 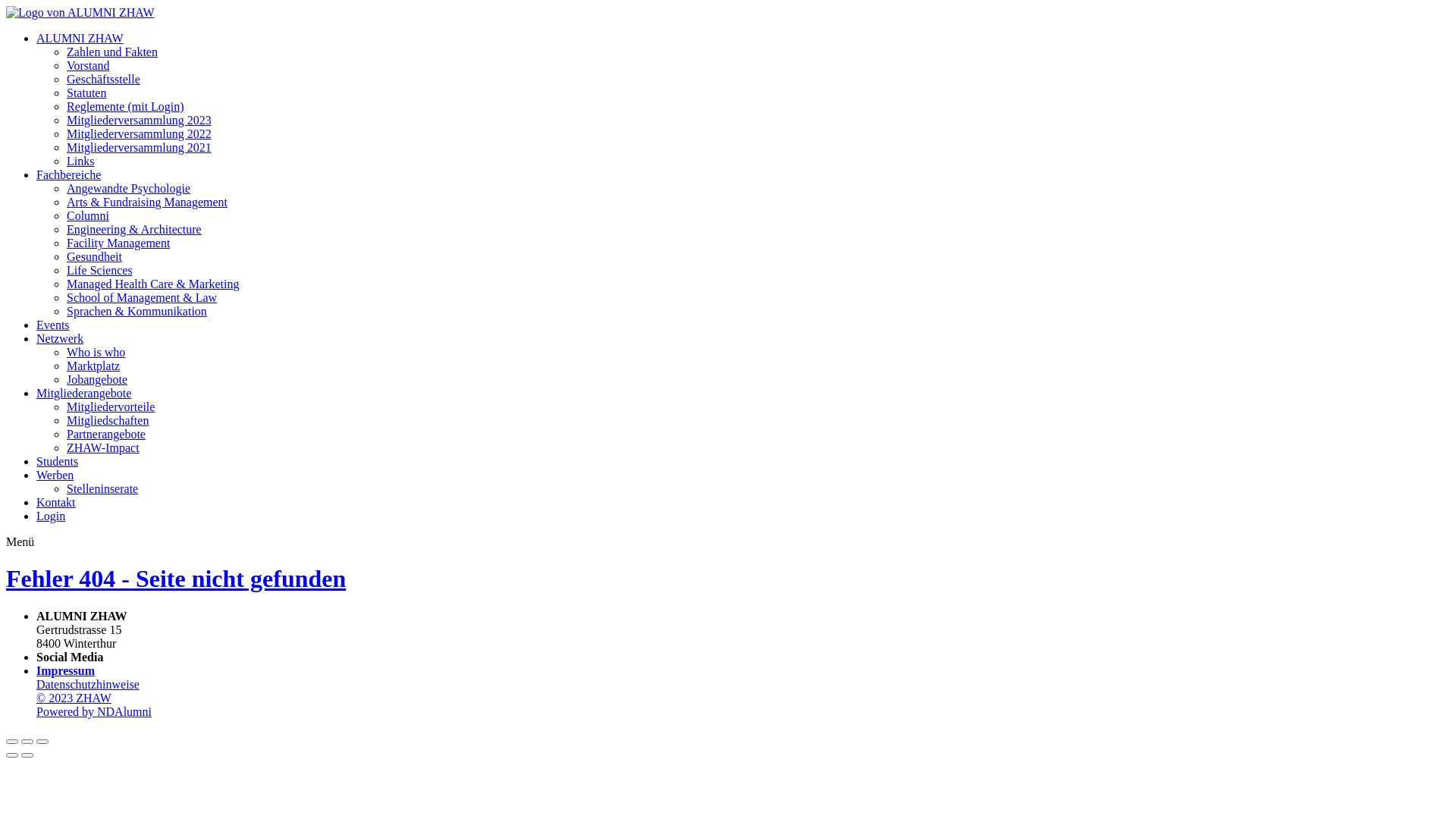 I want to click on 'Engineering & Architecture', so click(x=134, y=229).